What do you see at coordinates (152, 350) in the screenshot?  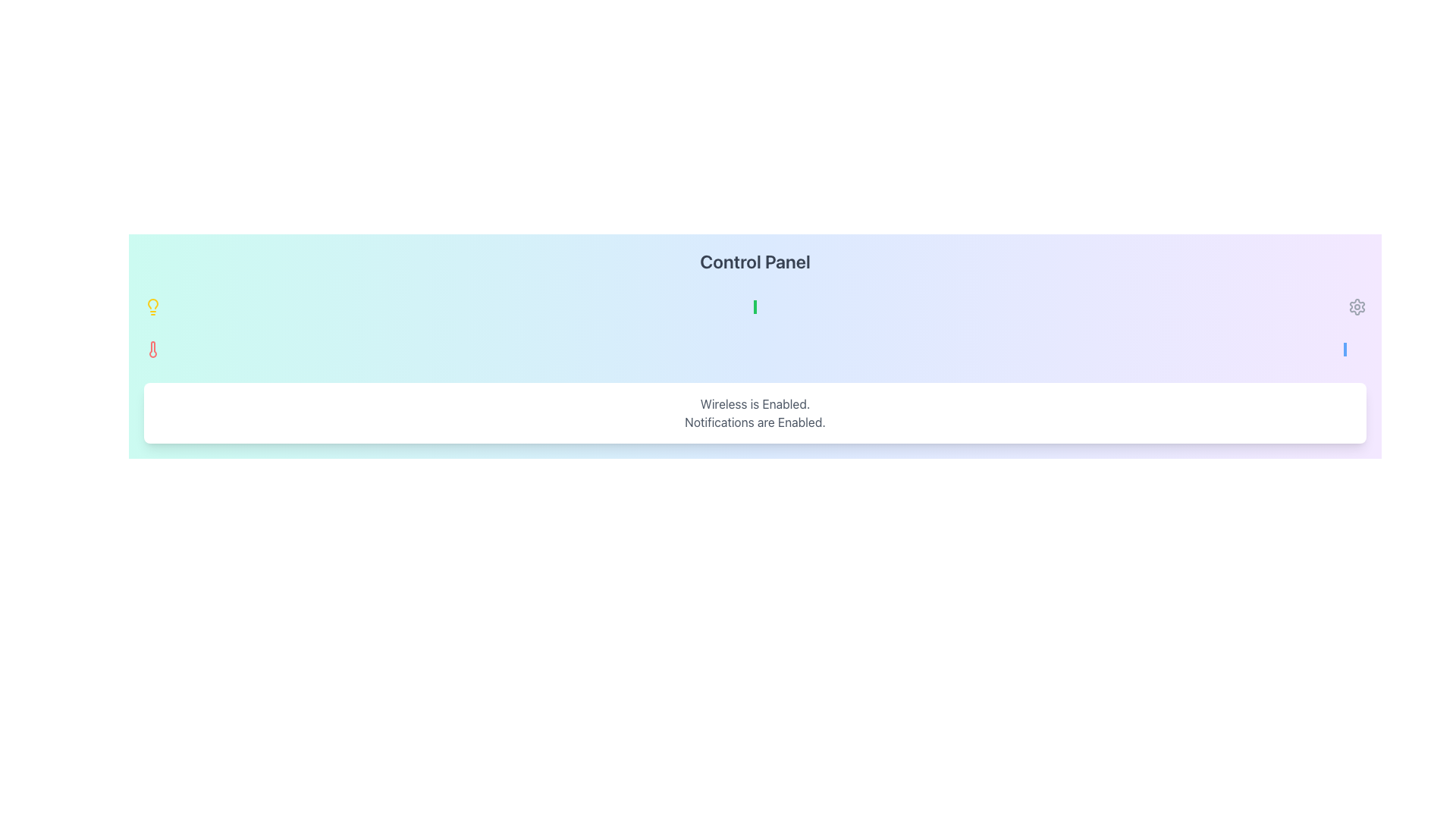 I see `the temperature-related SVG icon located on the left side of the interface, below the light bulb icon` at bounding box center [152, 350].